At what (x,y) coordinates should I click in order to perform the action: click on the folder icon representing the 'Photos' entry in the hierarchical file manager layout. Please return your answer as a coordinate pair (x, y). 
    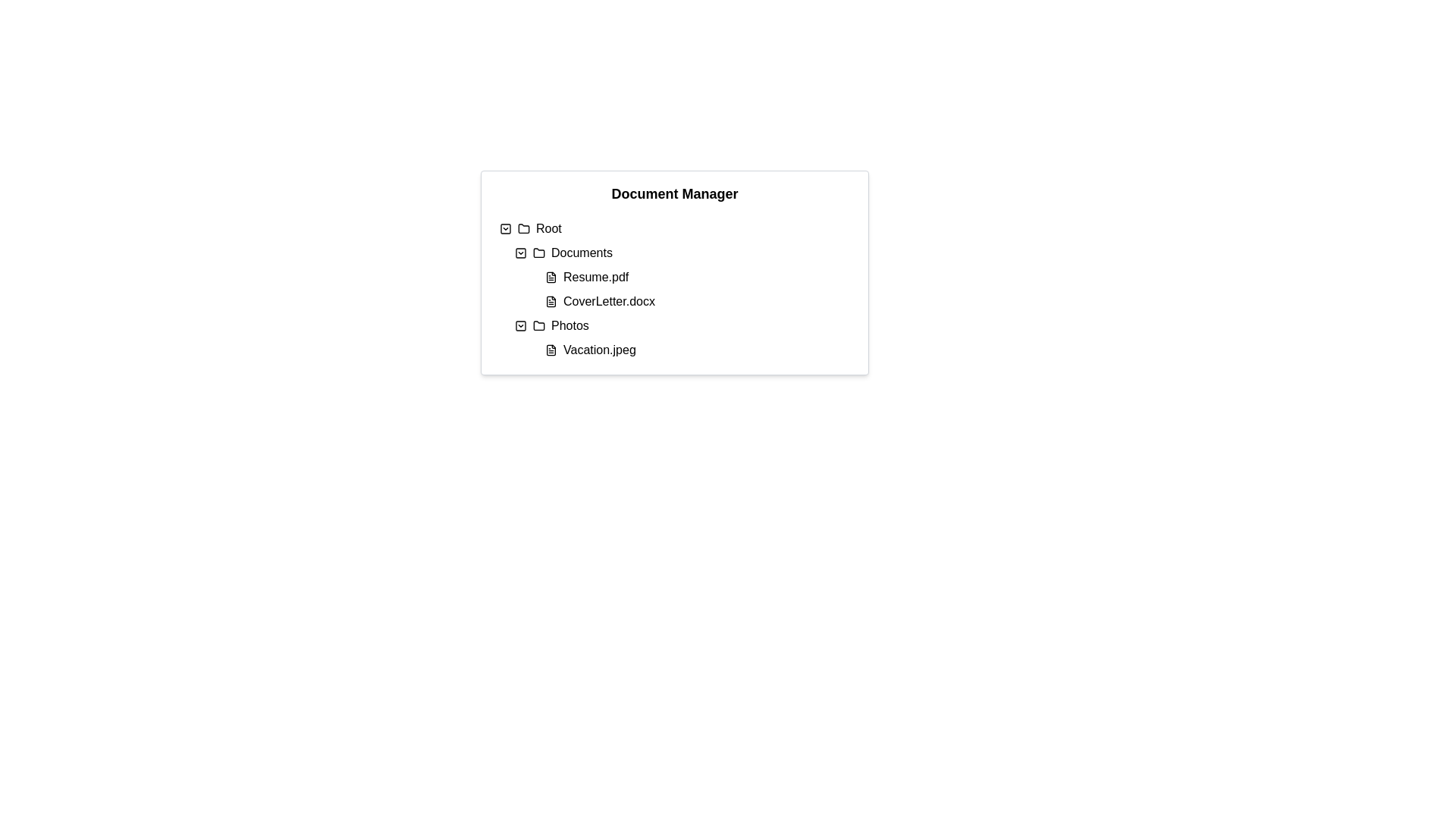
    Looking at the image, I should click on (538, 325).